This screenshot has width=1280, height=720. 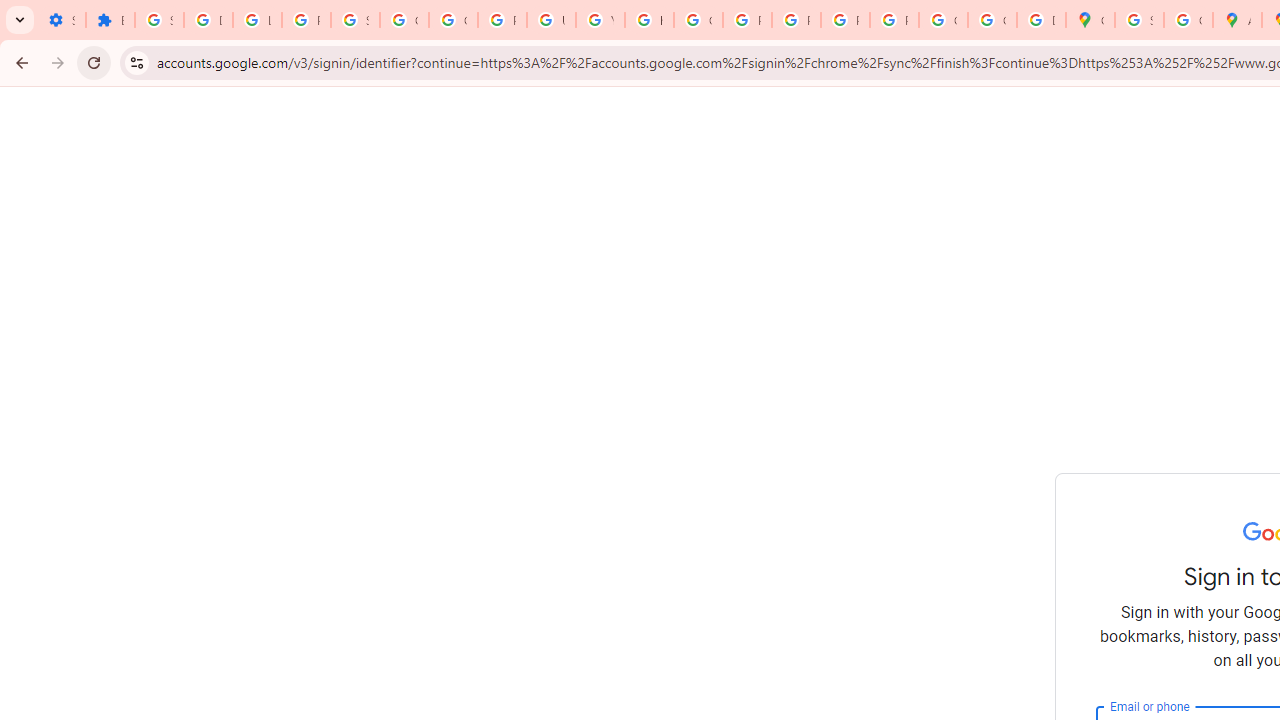 What do you see at coordinates (61, 20) in the screenshot?
I see `'Settings - On startup'` at bounding box center [61, 20].